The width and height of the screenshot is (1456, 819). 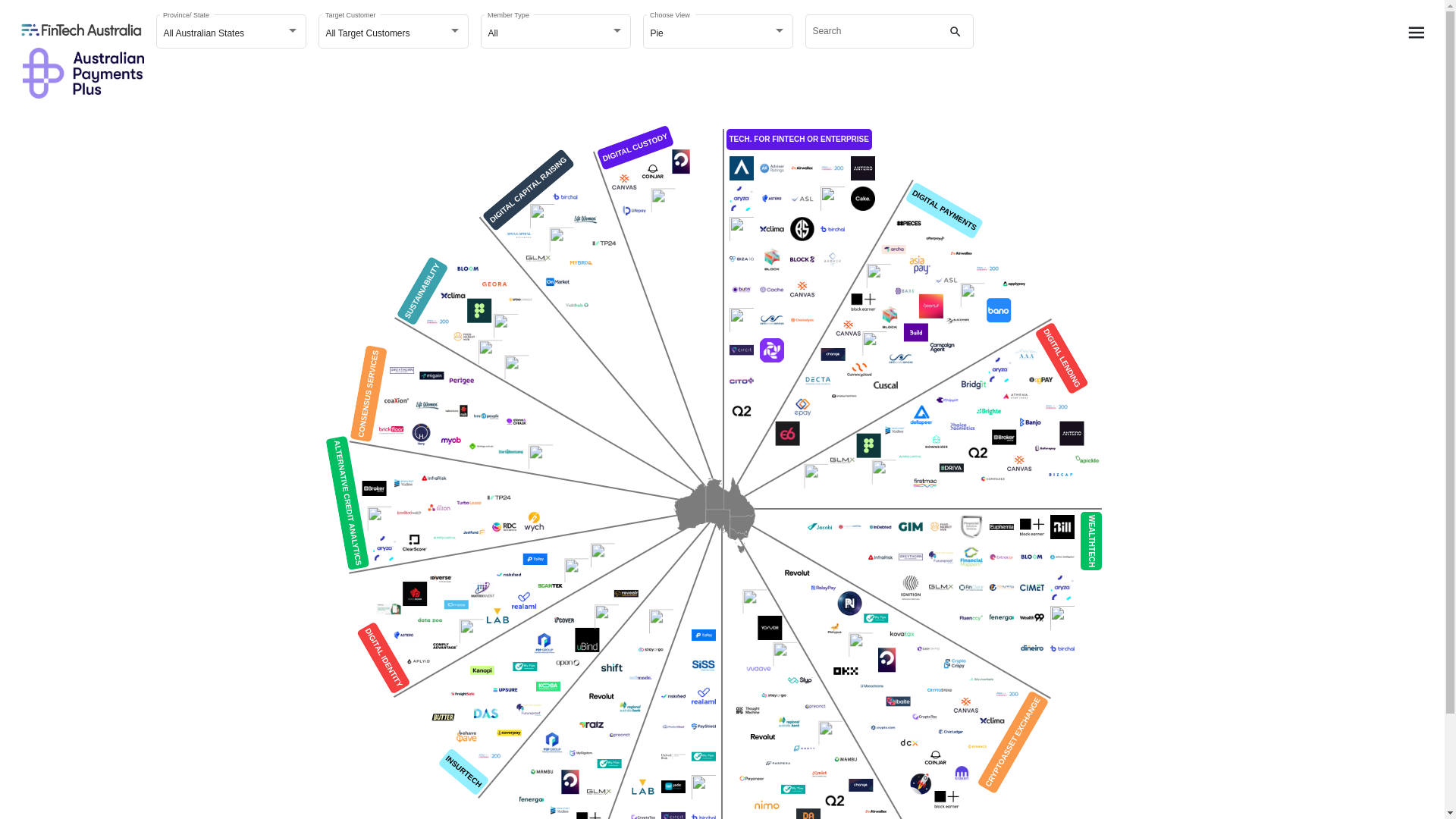 What do you see at coordinates (844, 670) in the screenshot?
I see `'OKX'` at bounding box center [844, 670].